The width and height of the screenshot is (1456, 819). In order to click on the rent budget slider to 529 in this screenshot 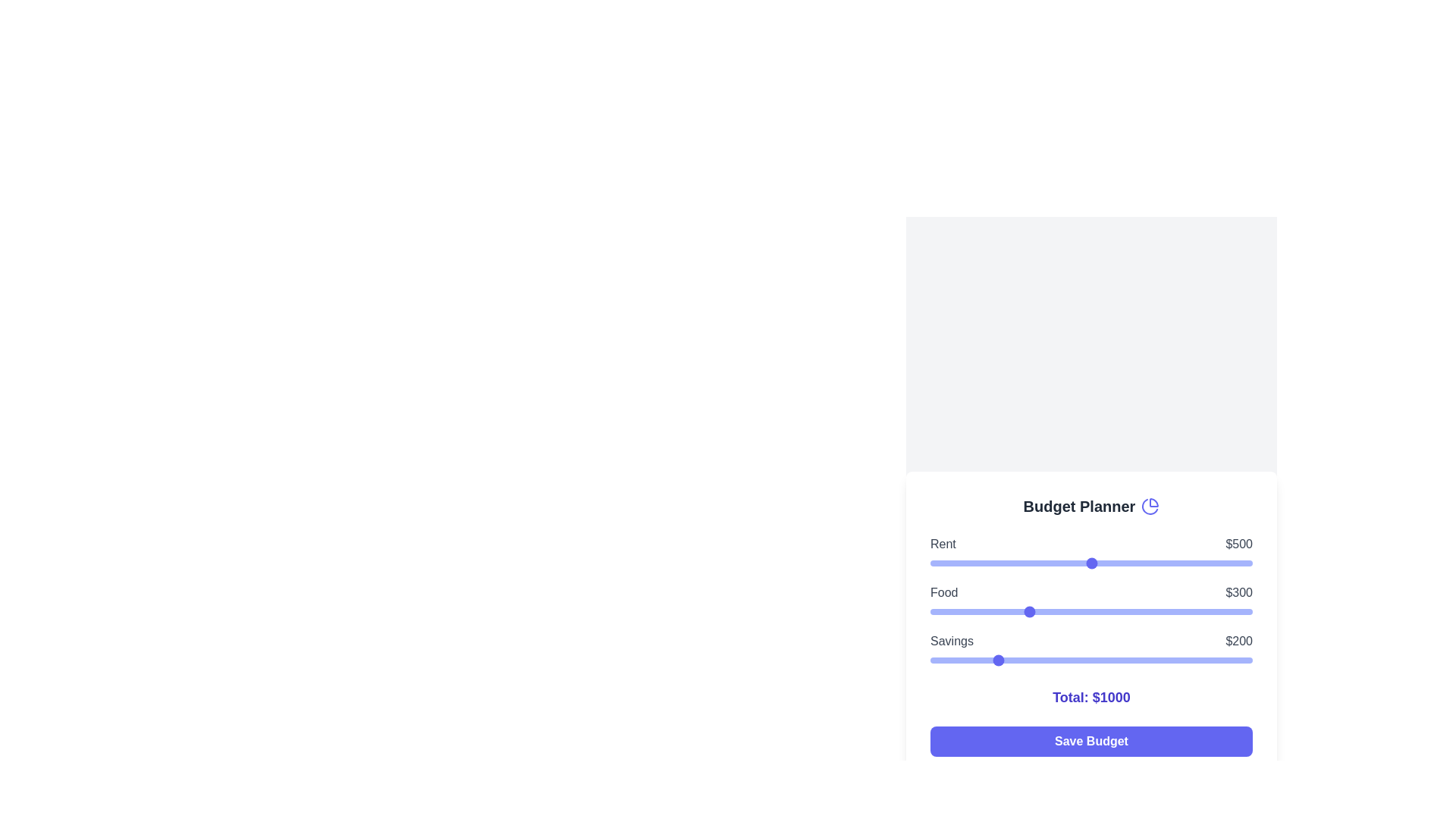, I will do `click(1100, 563)`.